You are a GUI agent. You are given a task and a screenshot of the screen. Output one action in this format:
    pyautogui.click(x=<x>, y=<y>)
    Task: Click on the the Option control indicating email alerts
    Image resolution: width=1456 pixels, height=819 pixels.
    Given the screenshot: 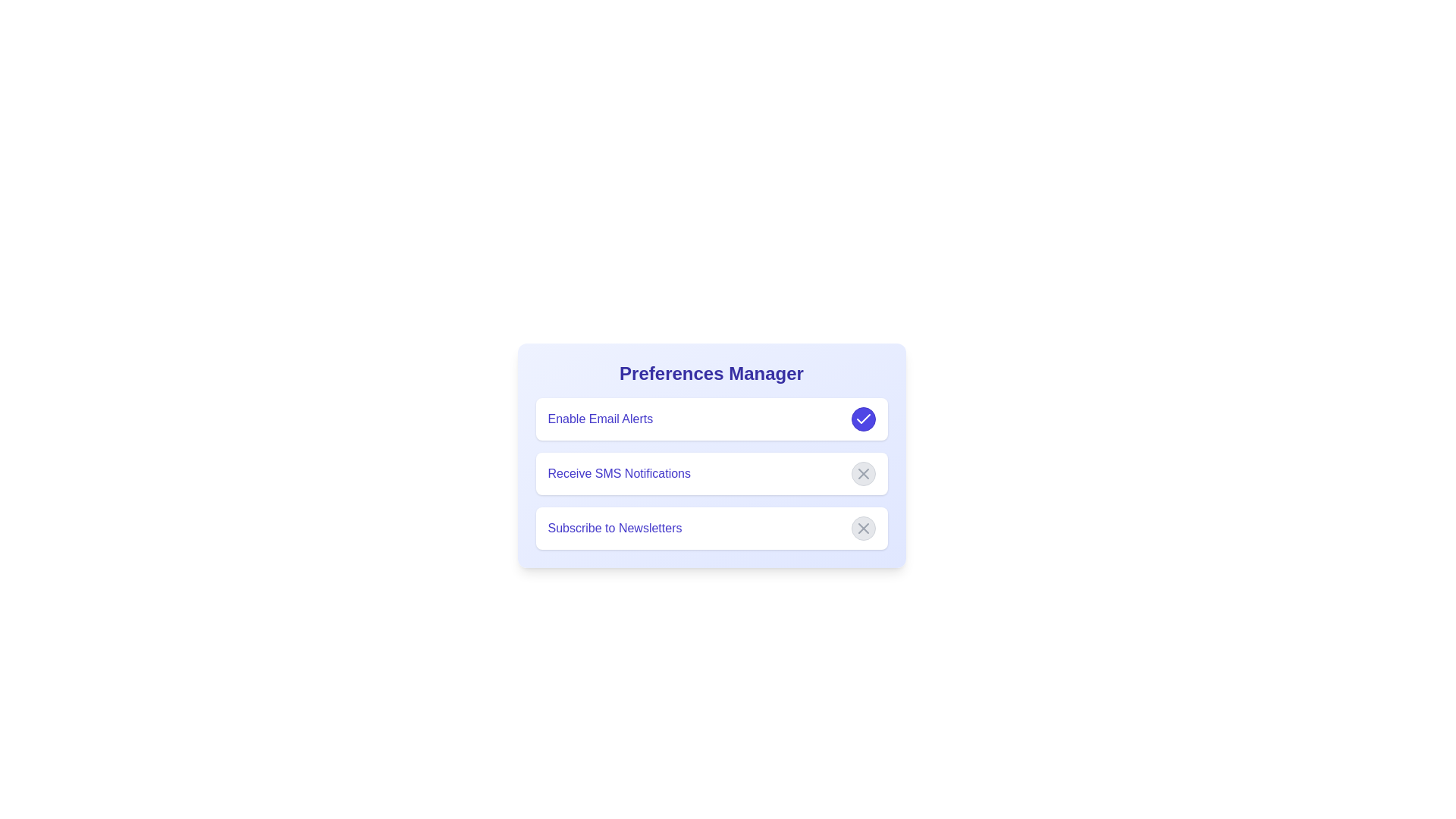 What is the action you would take?
    pyautogui.click(x=711, y=419)
    